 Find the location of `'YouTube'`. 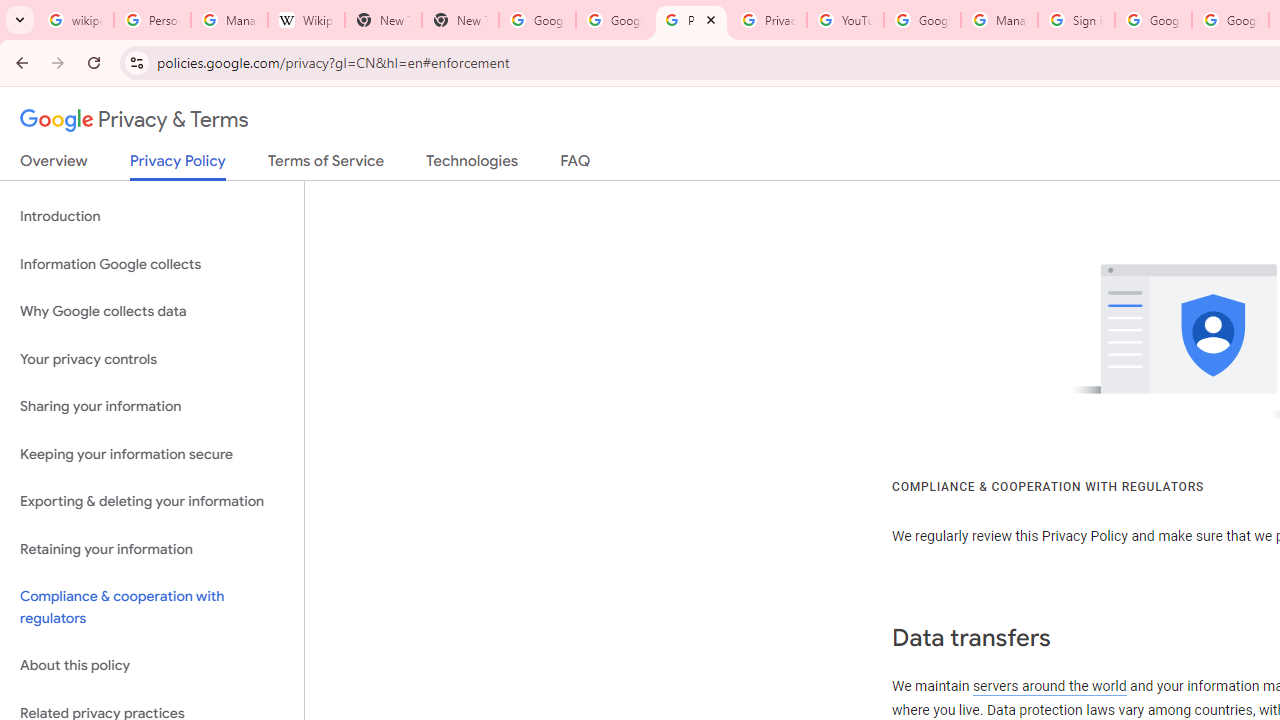

'YouTube' is located at coordinates (845, 20).